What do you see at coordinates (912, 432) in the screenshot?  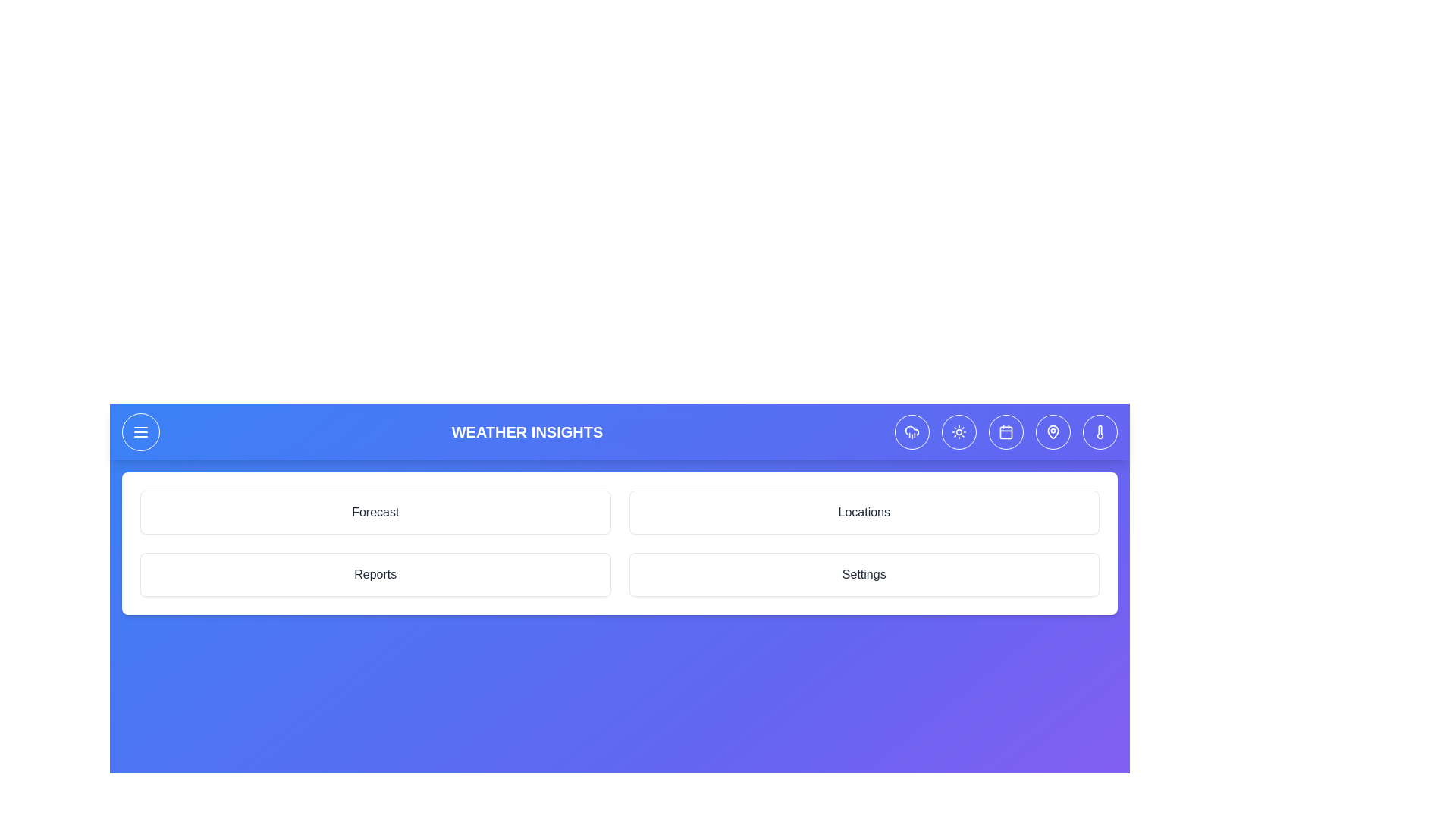 I see `the cloud_rain icon in the header` at bounding box center [912, 432].